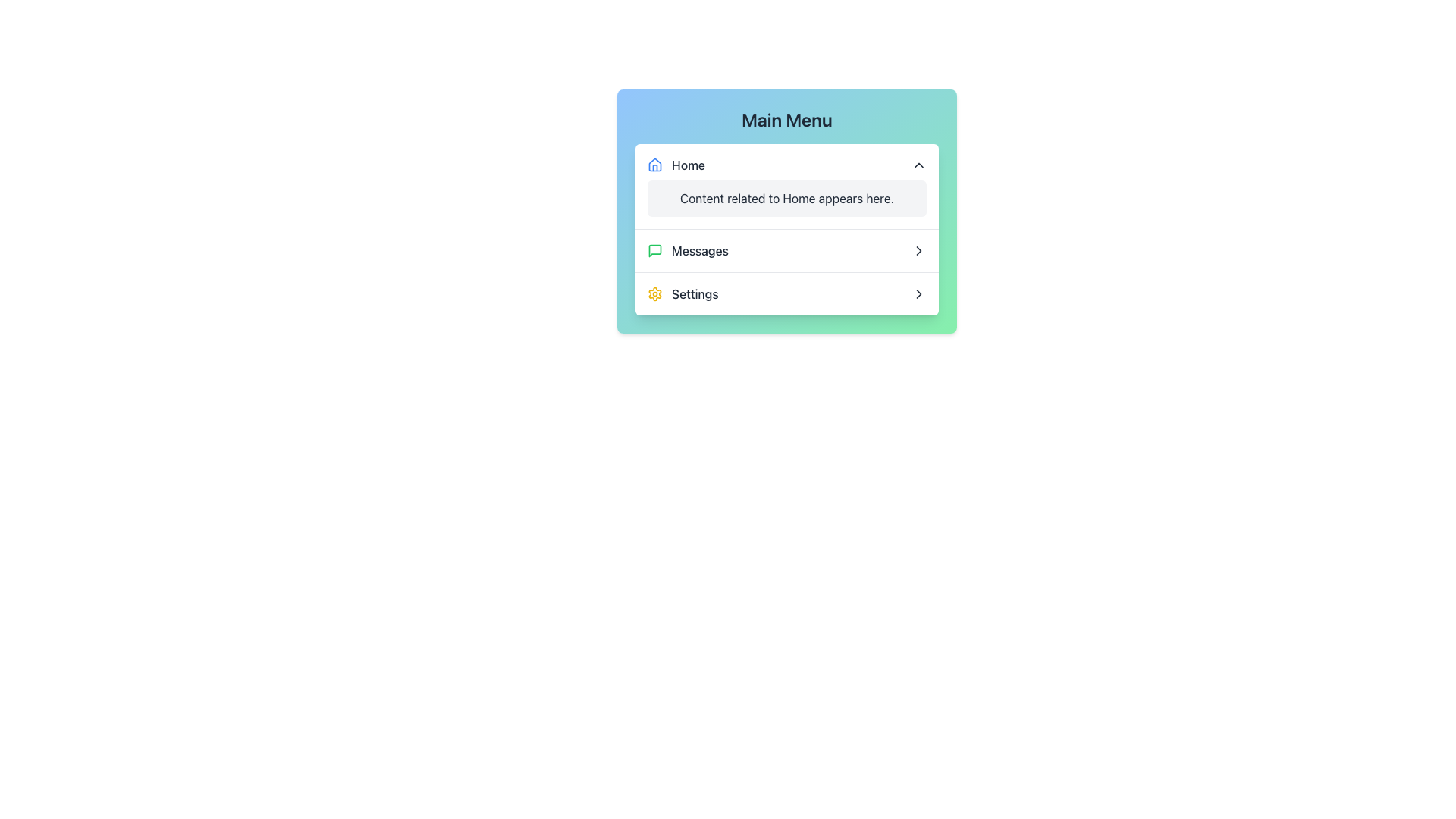 This screenshot has height=819, width=1456. What do you see at coordinates (786, 249) in the screenshot?
I see `the 'Messages' button located in the Main Menu card` at bounding box center [786, 249].